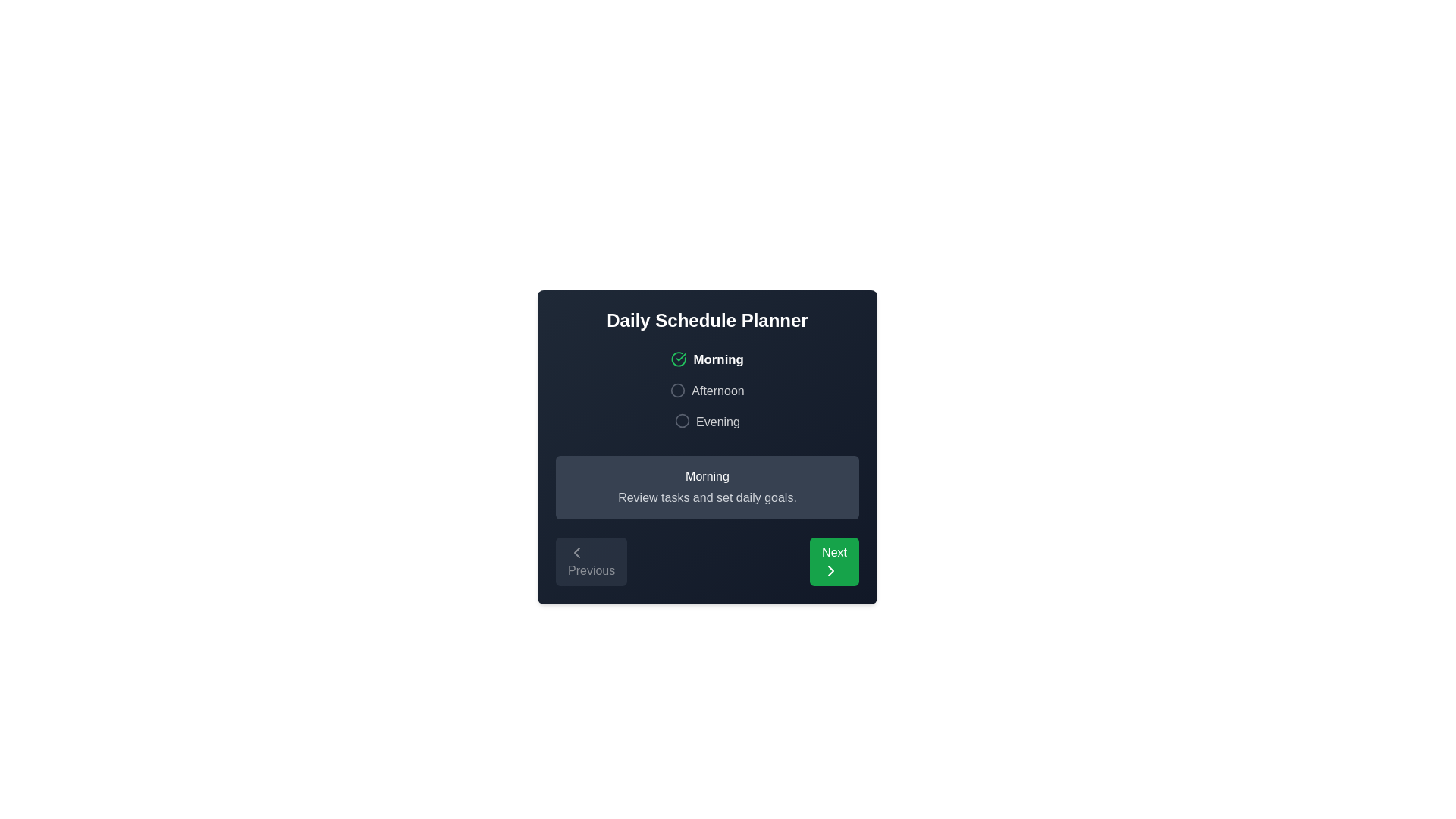 The width and height of the screenshot is (1456, 819). What do you see at coordinates (677, 389) in the screenshot?
I see `the circular radio button associated with the 'Afternoon' option in the 'Daily Schedule Planner' interface` at bounding box center [677, 389].